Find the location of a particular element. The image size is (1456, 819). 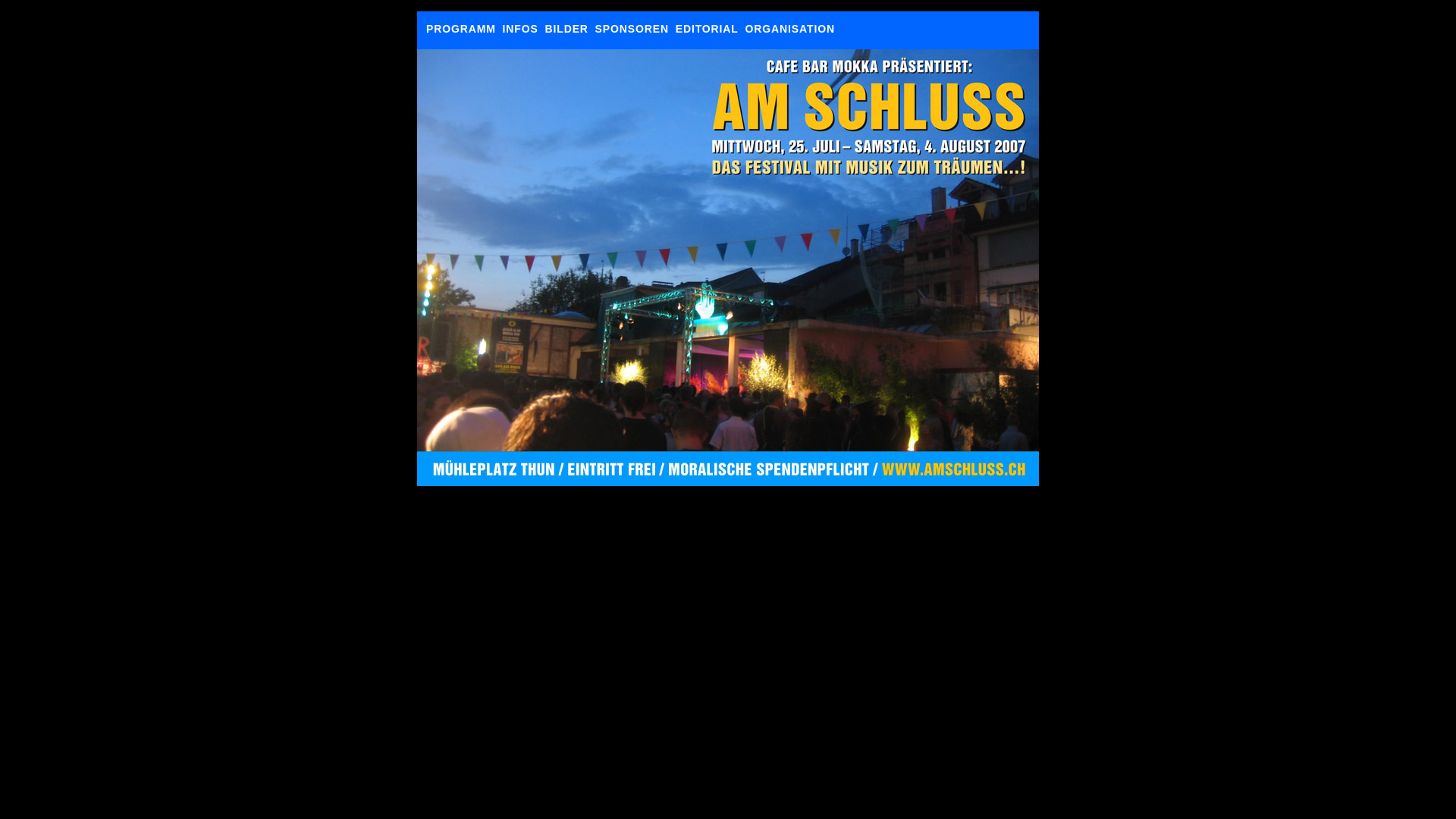

'SPONSOREN' is located at coordinates (595, 29).